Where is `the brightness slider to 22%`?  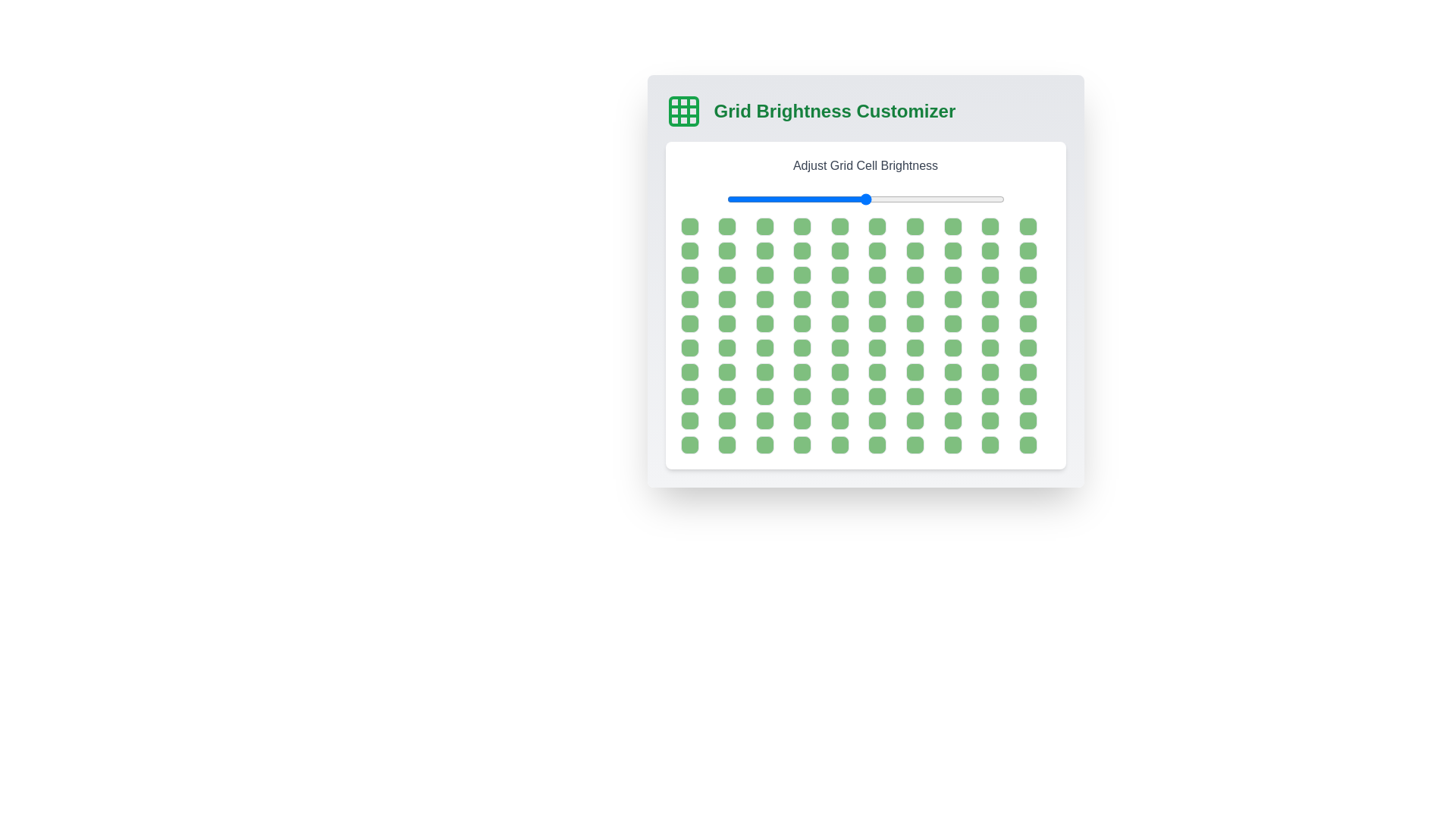 the brightness slider to 22% is located at coordinates (788, 198).